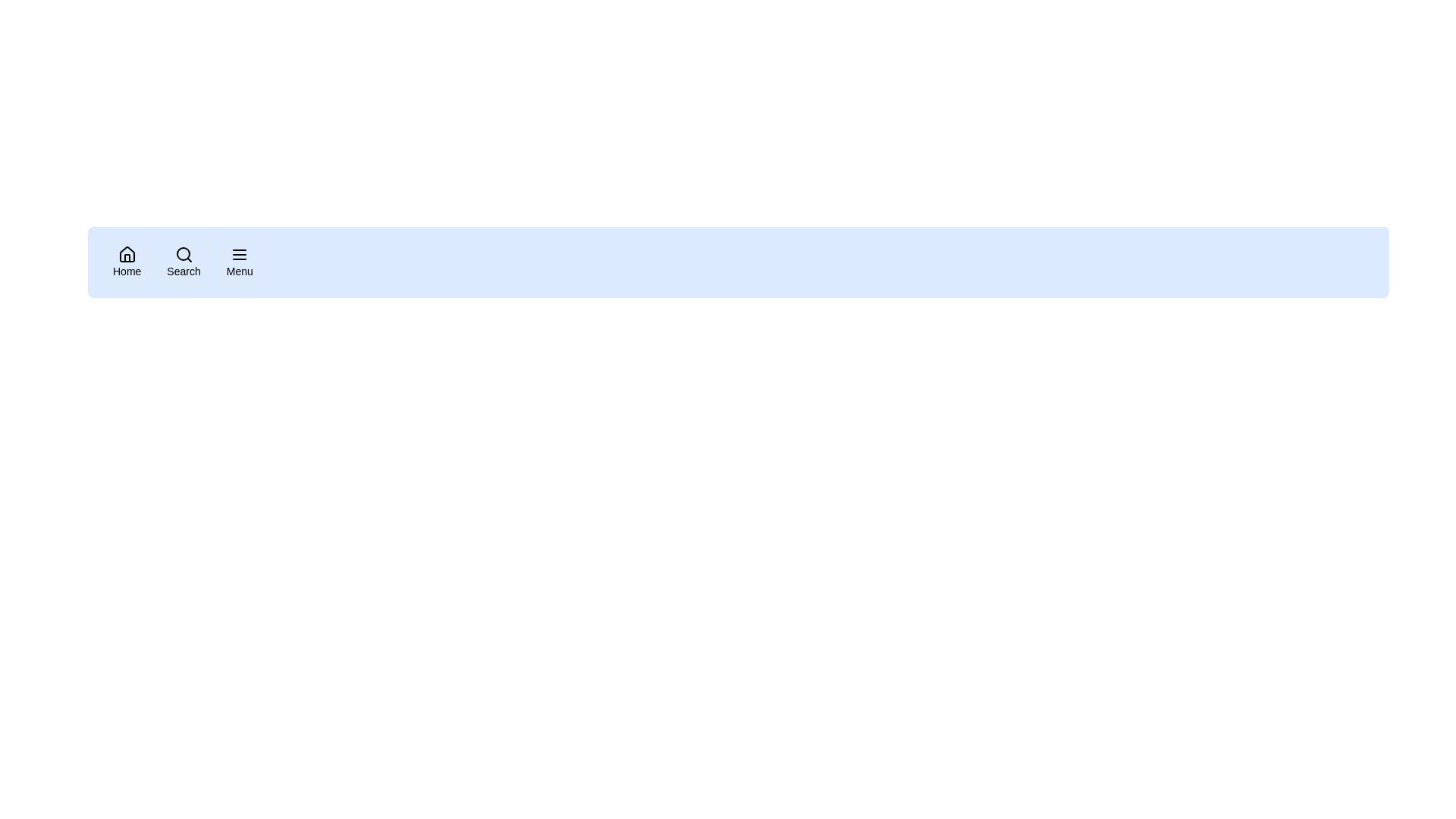  Describe the element at coordinates (127, 253) in the screenshot. I see `the house-shaped icon located within the 'Home' button in the top-left navigation menu` at that location.